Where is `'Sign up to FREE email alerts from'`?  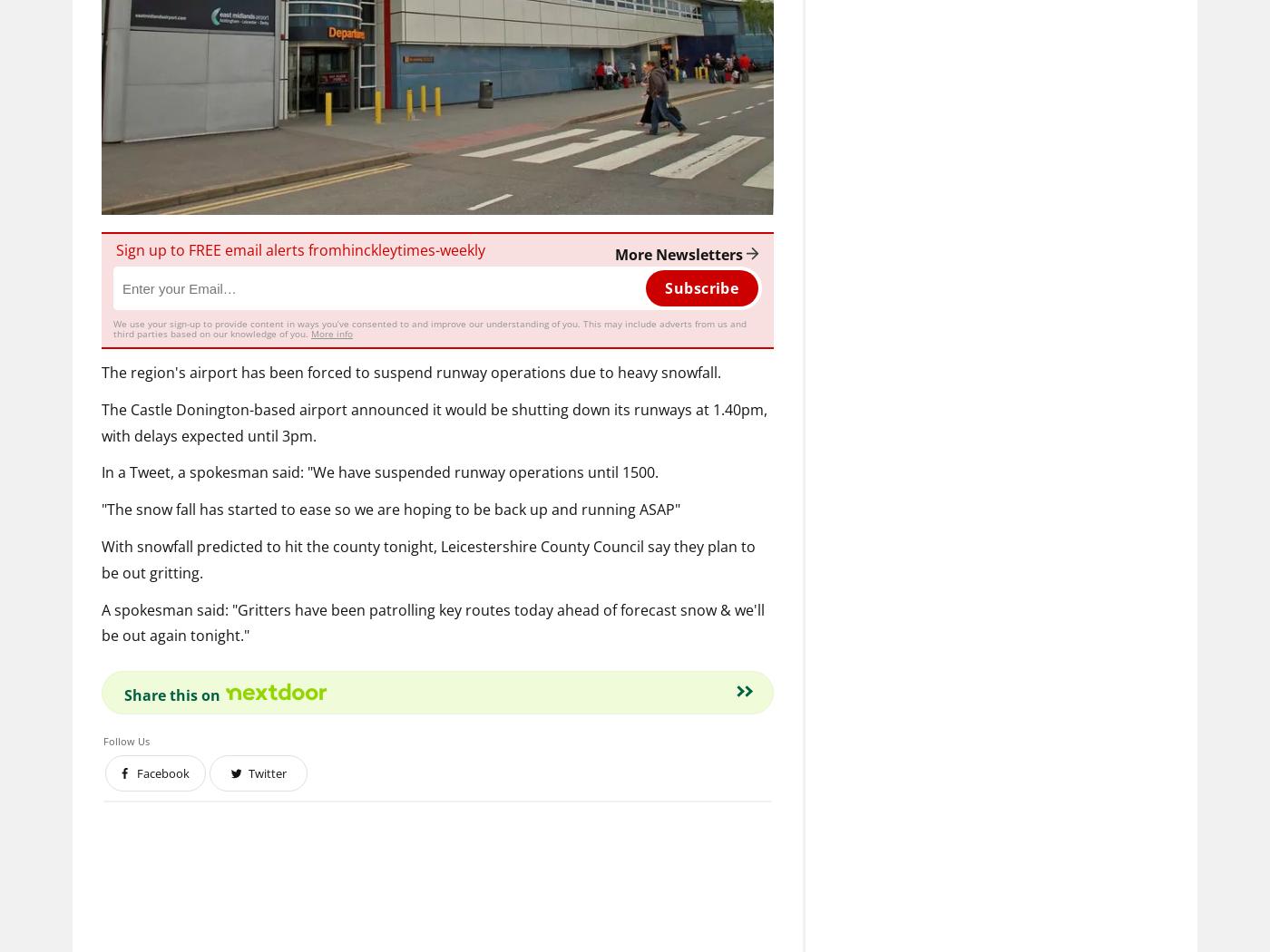
'Sign up to FREE email alerts from' is located at coordinates (229, 248).